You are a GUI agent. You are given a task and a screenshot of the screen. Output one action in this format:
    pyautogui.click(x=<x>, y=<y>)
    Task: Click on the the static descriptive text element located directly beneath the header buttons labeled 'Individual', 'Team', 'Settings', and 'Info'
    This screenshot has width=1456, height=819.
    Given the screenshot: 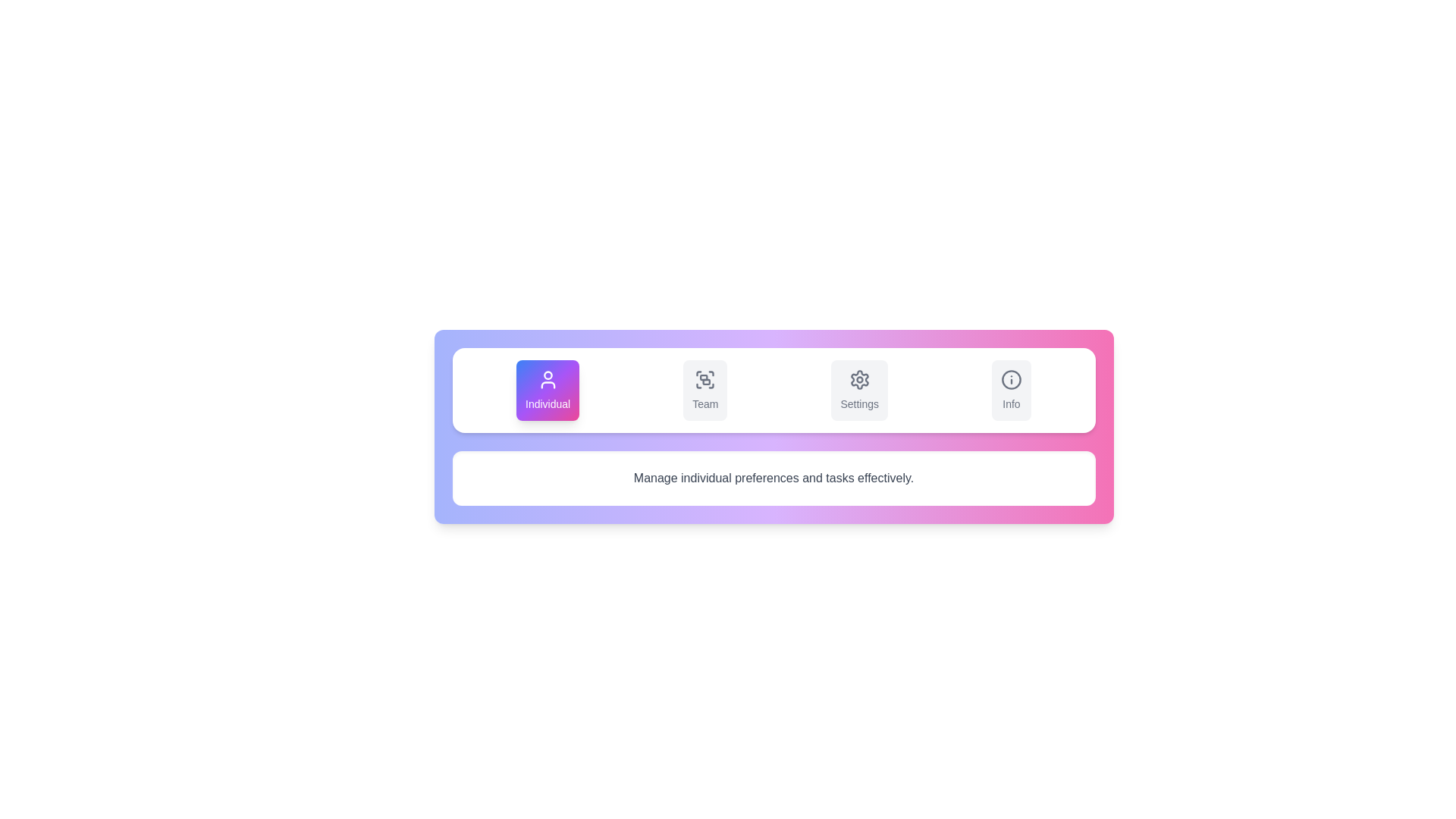 What is the action you would take?
    pyautogui.click(x=773, y=479)
    